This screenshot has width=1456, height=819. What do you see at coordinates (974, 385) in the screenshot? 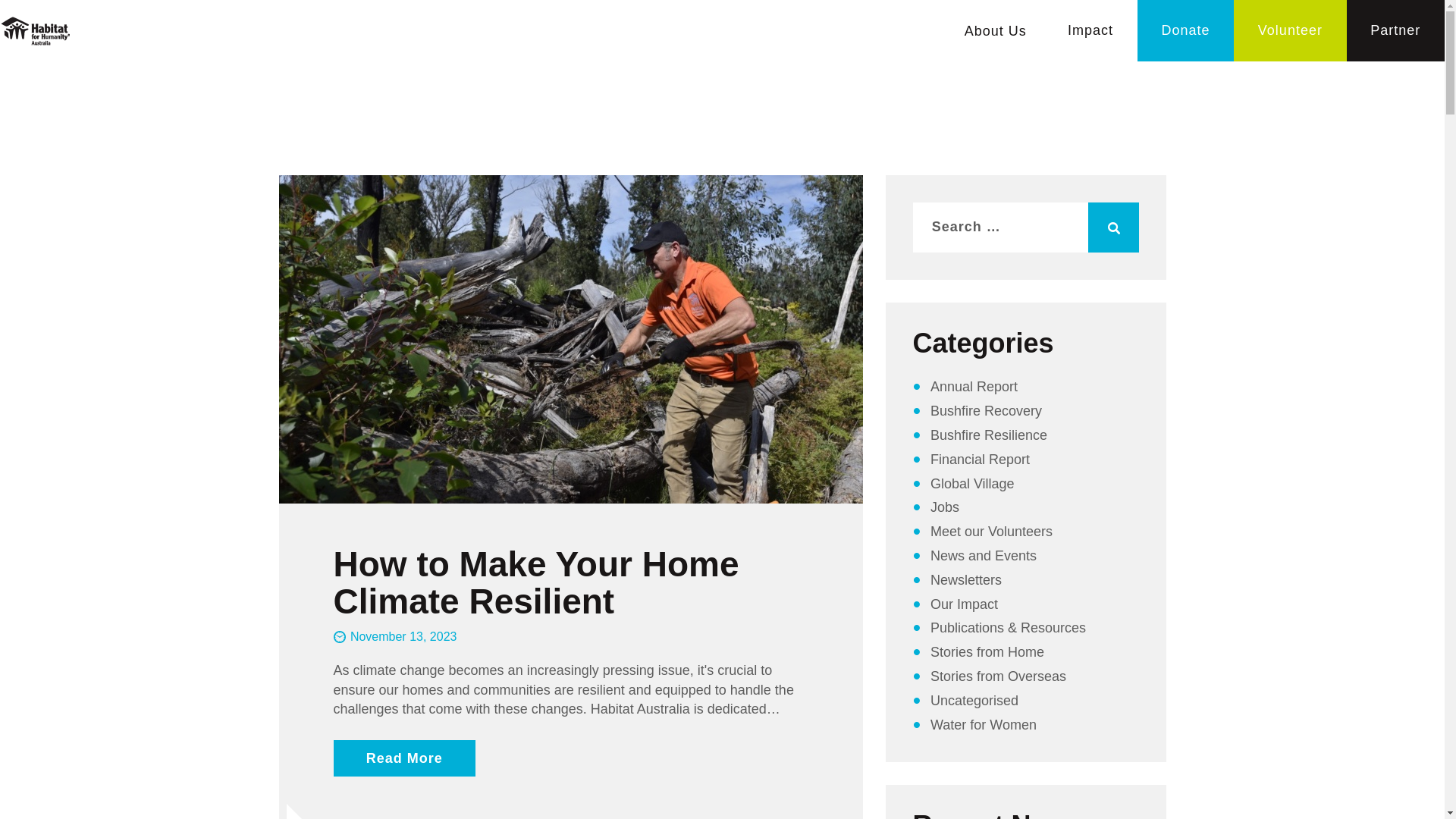
I see `'Annual Report'` at bounding box center [974, 385].